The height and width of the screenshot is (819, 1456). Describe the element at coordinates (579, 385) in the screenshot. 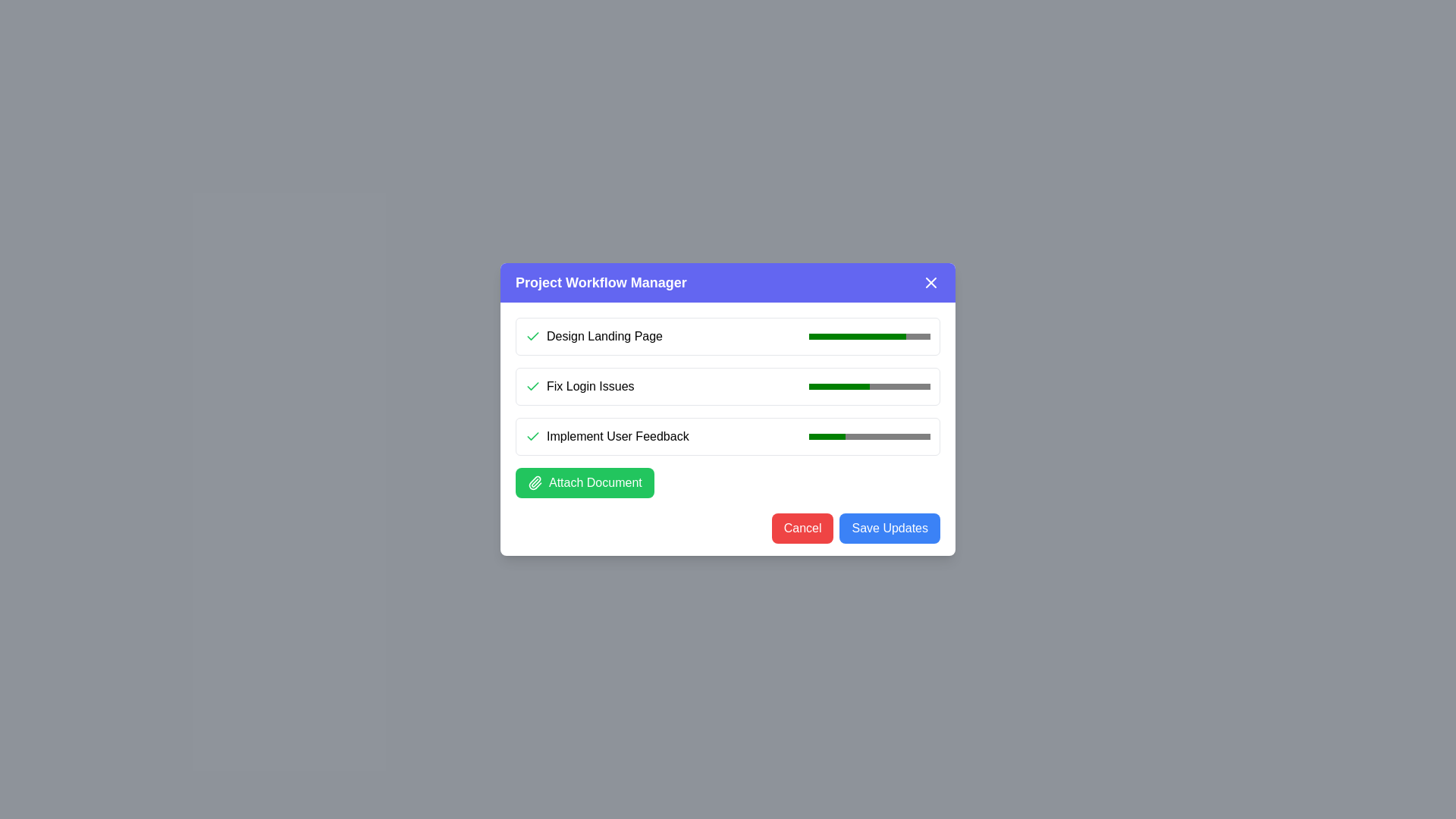

I see `text content of the 'Fix Login Issues' label, which is styled in a clear sans-serif font and has a green check mark icon next to it, positioned between 'Design Landing Page' and 'Implement User Feedback'` at that location.